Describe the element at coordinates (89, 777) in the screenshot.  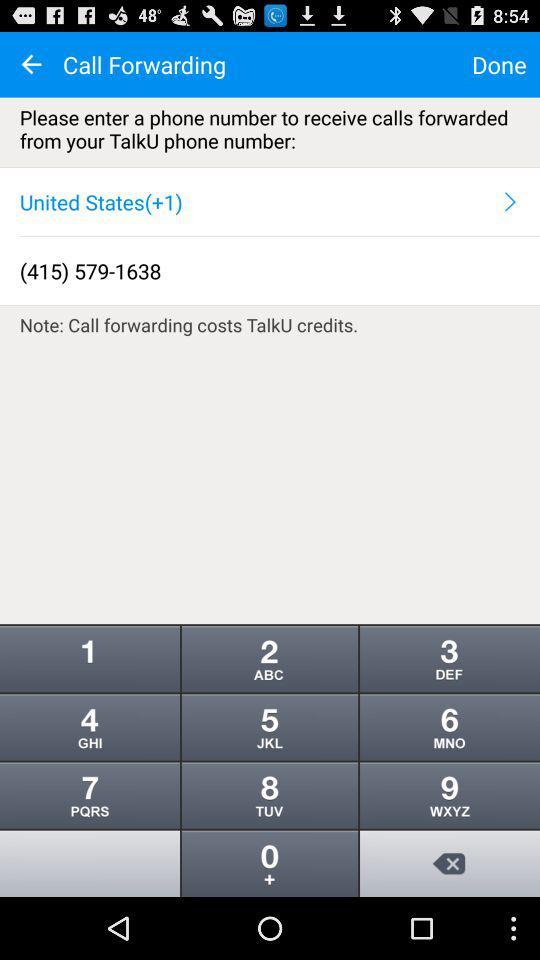
I see `the more icon` at that location.